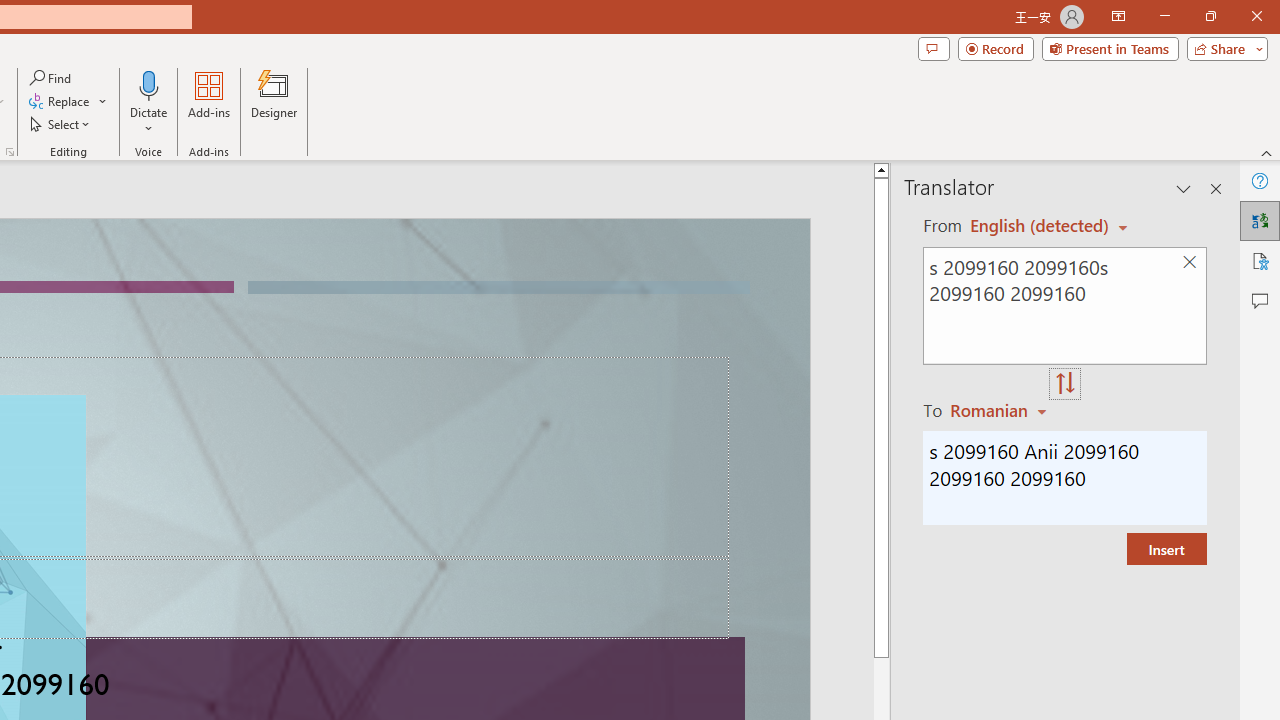 The image size is (1280, 720). I want to click on 'Swap "from" and "to" languages.', so click(1064, 384).